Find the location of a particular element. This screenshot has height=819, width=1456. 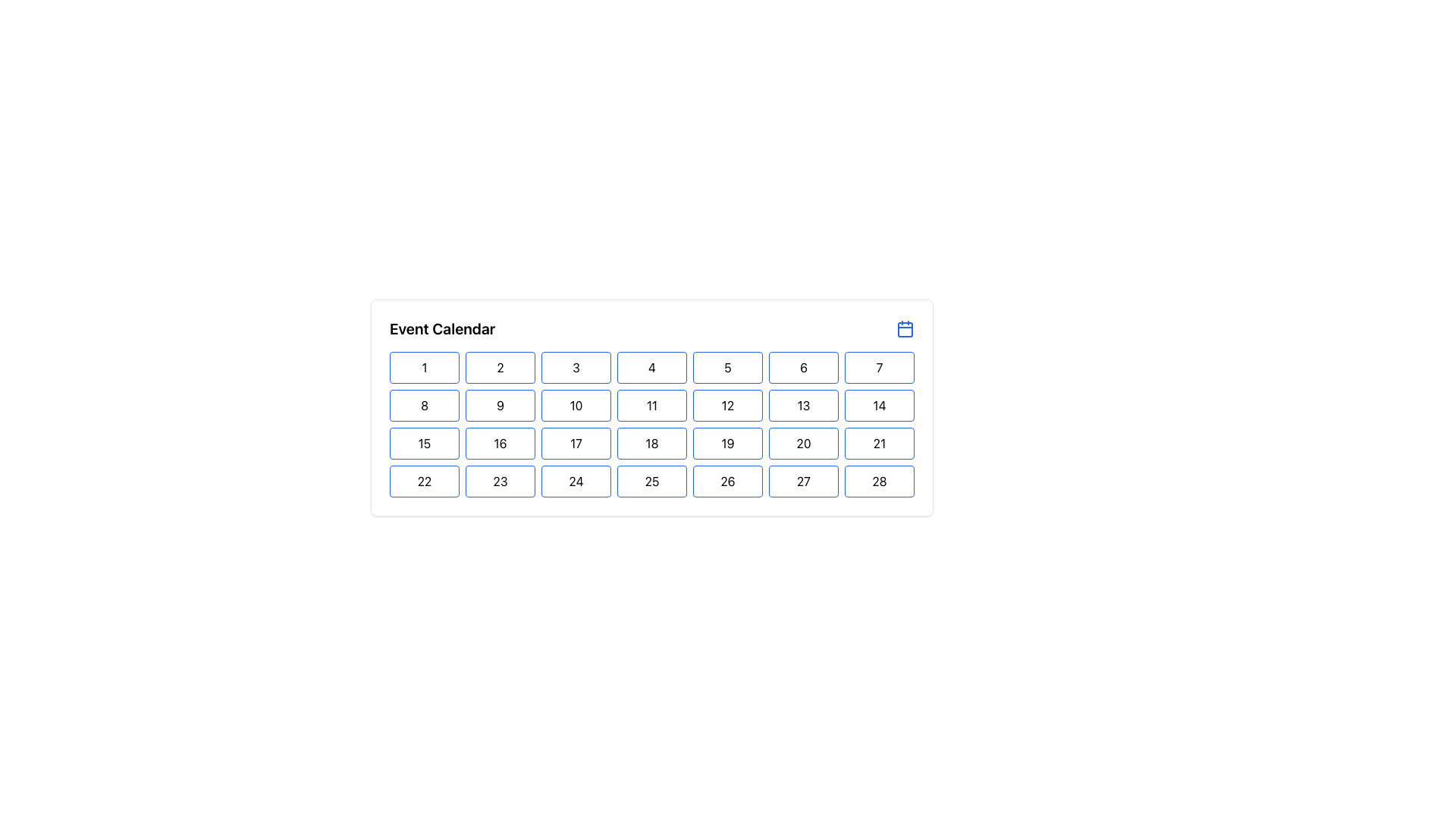

the selectable button for choosing the date '4' in the calendar interface located within the 'Event Calendar' grid is located at coordinates (651, 368).